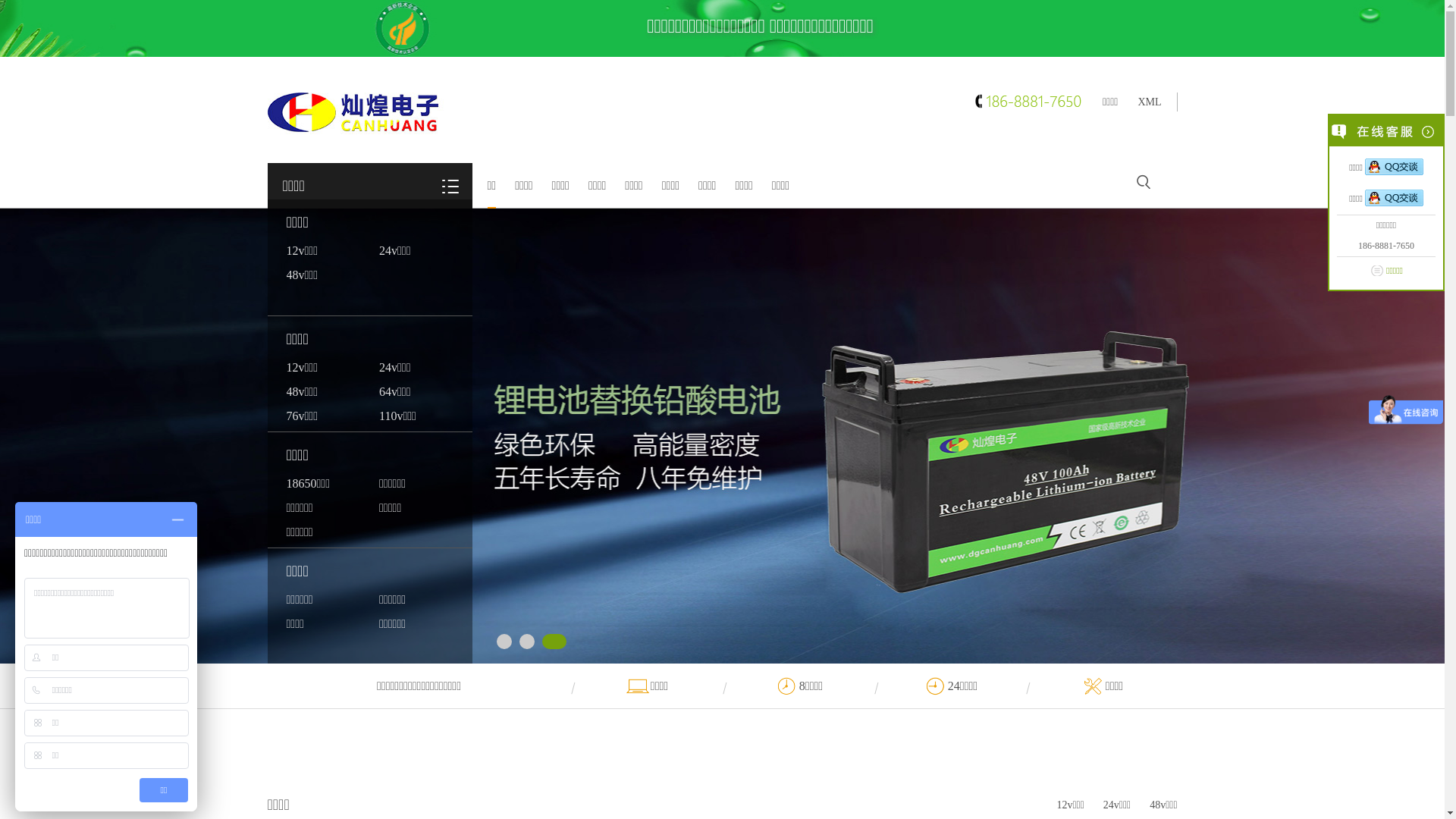  Describe the element at coordinates (1149, 102) in the screenshot. I see `'XML'` at that location.